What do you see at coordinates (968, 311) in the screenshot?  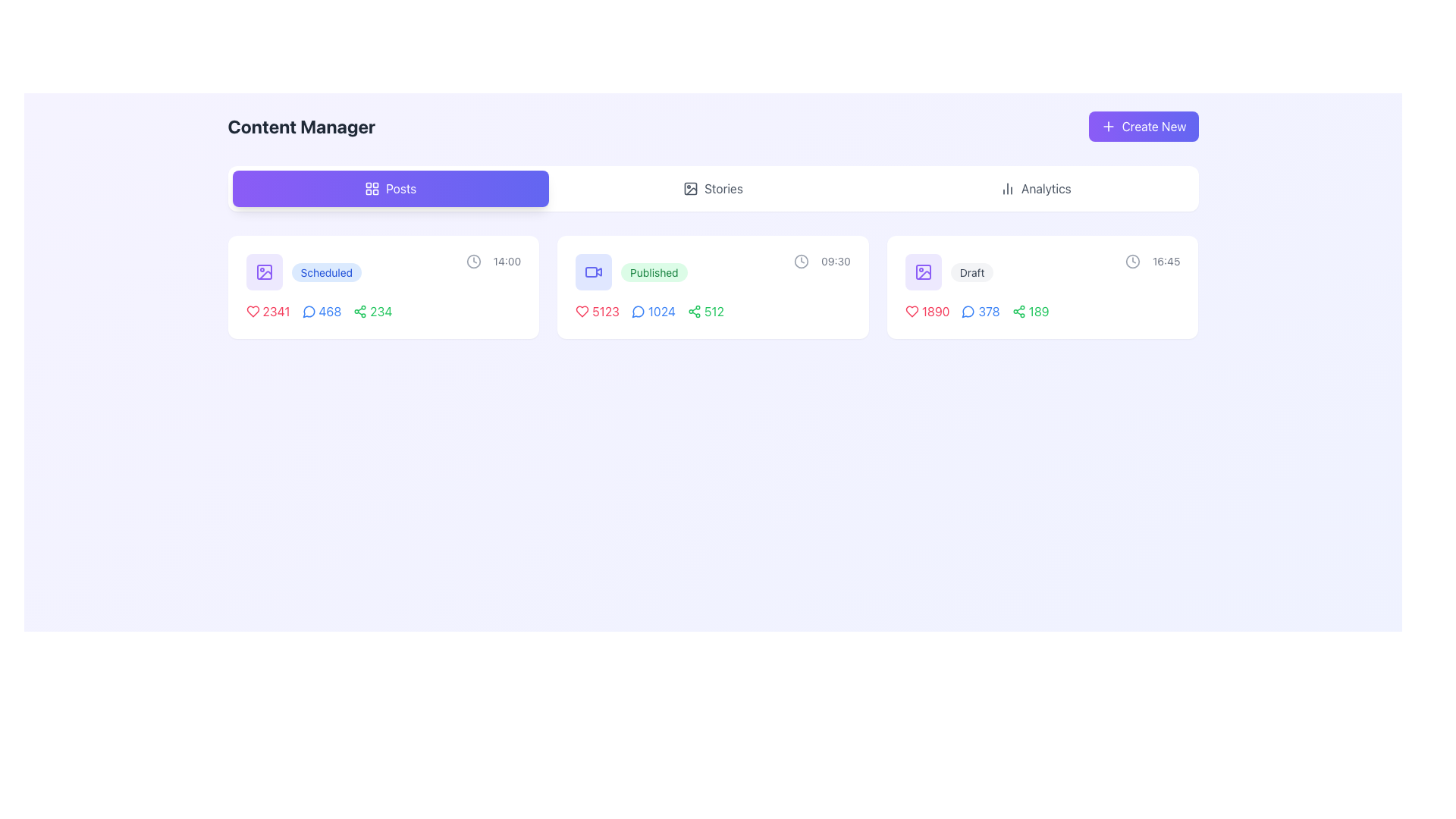 I see `the circular outlined speech bubble icon representing comments in the 'Draft' card of the 'Posts' section, located next to the comment count '378'` at bounding box center [968, 311].